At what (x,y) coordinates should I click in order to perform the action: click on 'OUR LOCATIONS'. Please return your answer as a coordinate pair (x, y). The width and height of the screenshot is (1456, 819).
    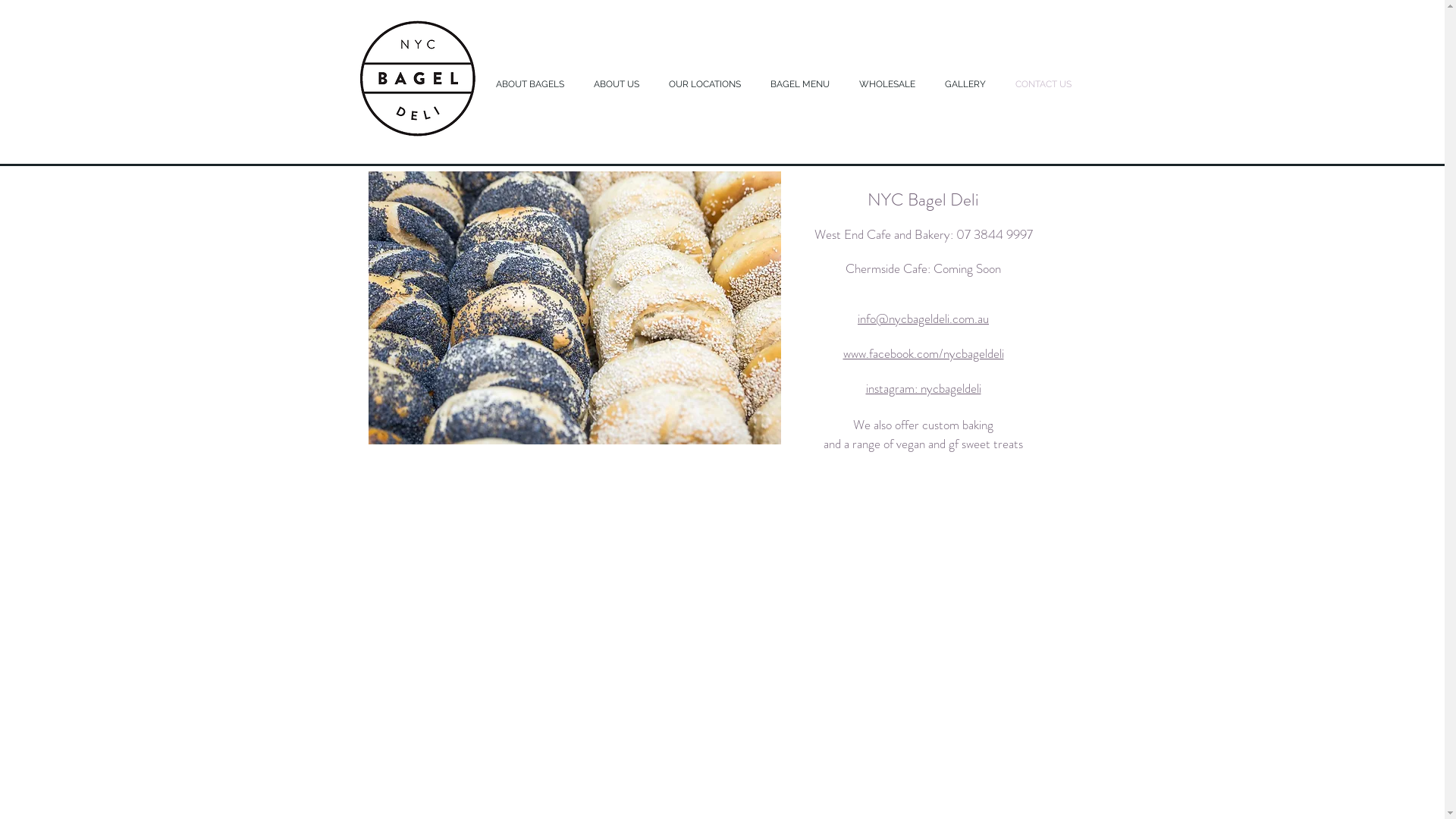
    Looking at the image, I should click on (706, 84).